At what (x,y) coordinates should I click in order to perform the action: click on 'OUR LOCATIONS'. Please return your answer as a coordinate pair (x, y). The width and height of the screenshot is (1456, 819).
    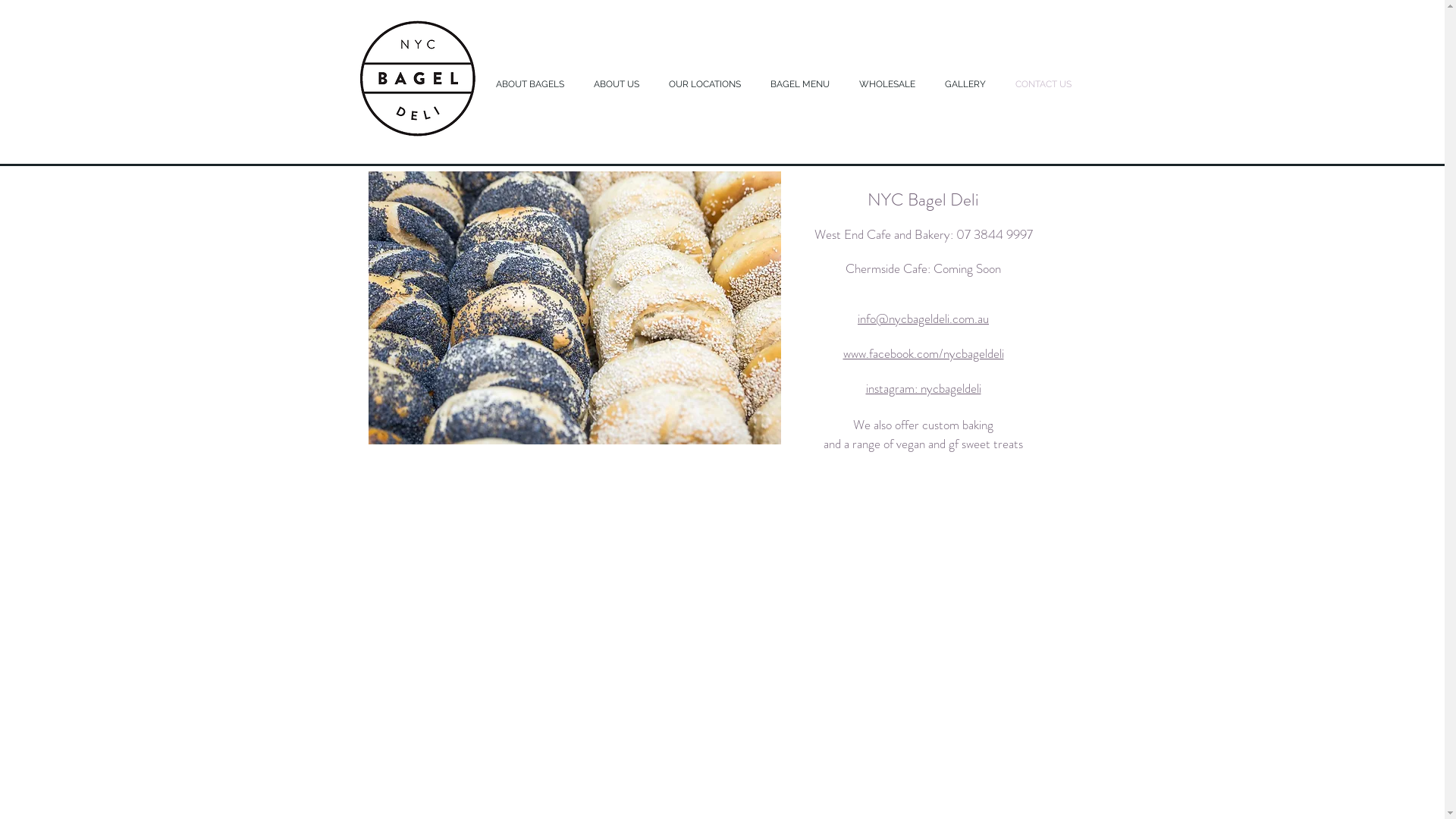
    Looking at the image, I should click on (706, 84).